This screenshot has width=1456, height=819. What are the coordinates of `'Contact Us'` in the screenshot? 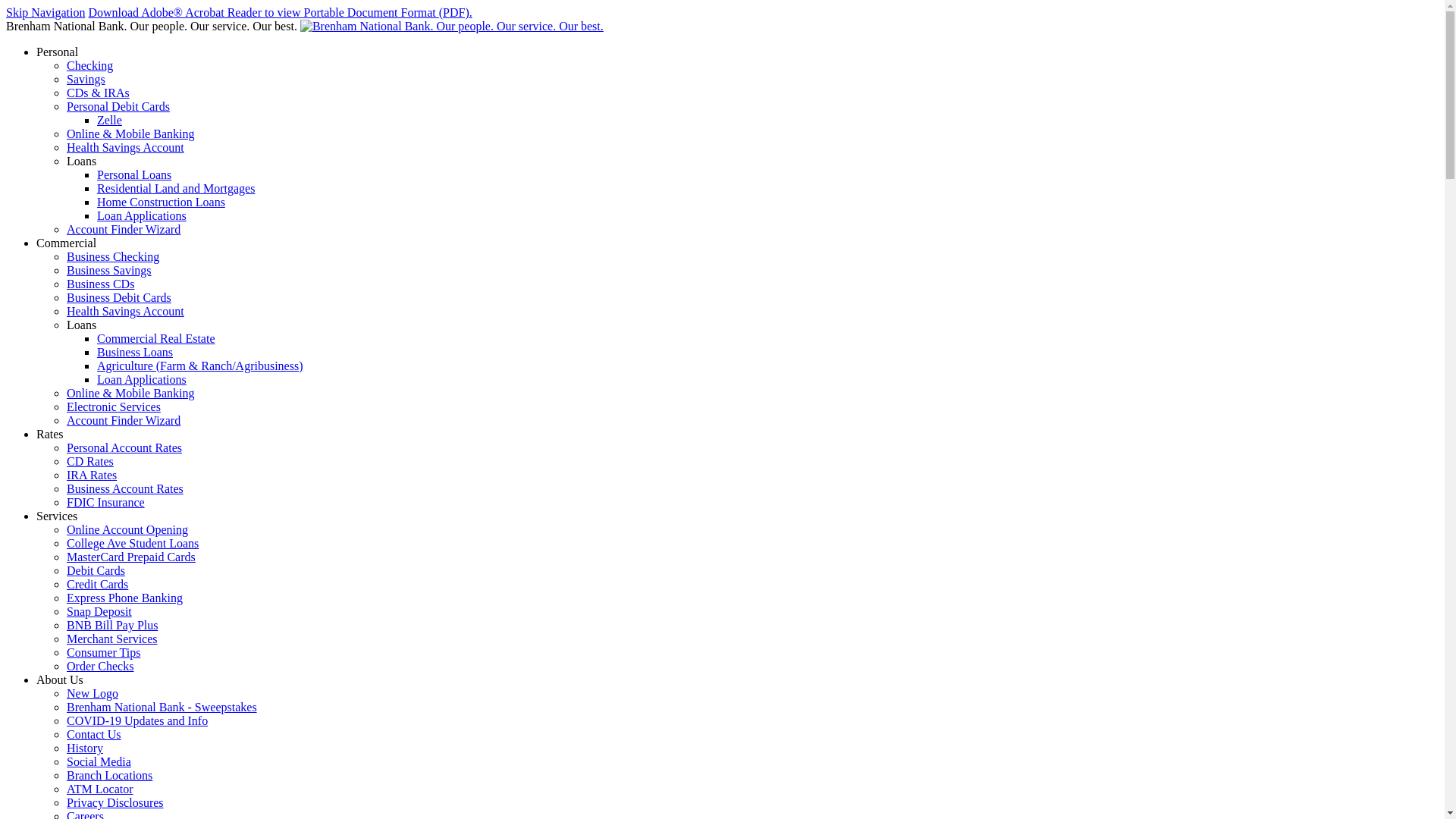 It's located at (93, 733).